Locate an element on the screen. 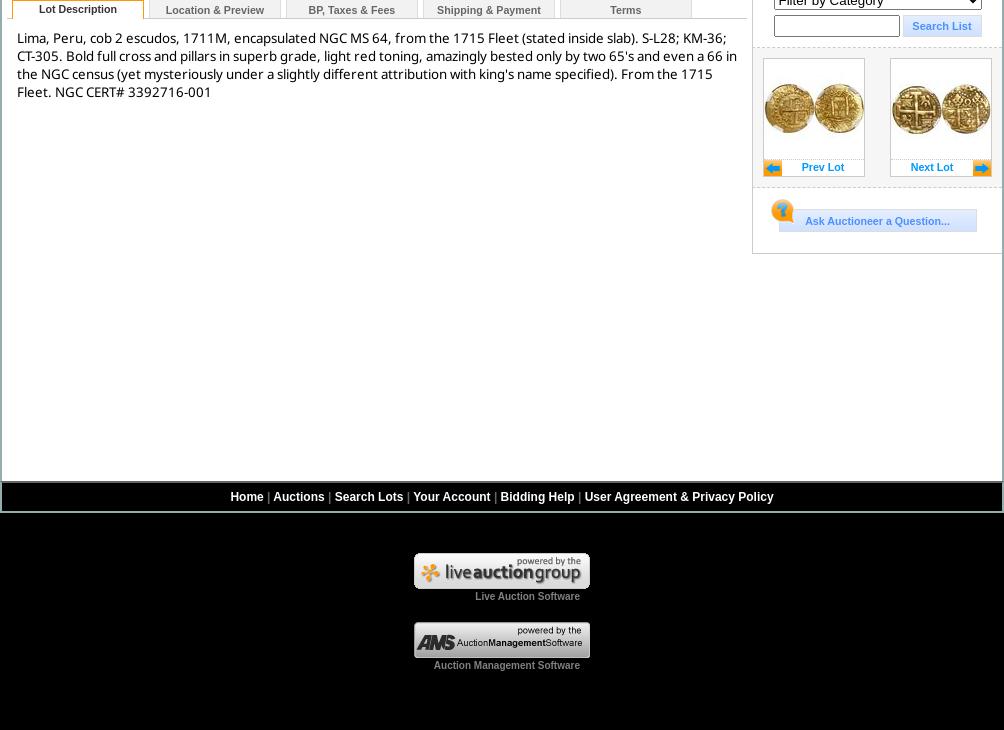 The image size is (1004, 730). 'Lima, Peru, cob 2 escudos, 1711M, encapsulated NGC MS 64, from the 1715 Fleet (stated inside slab). S-L28; KM-36; CT-305.  Bold full cross and pillars in superb grade, light red toning, amazingly bested only by two 65's and even a 66 in the NGC census (yet mysteriously under a slightly different attribution with king's name specified). From the 1715 Fleet. NGC CERT# 3392716-001' is located at coordinates (376, 63).